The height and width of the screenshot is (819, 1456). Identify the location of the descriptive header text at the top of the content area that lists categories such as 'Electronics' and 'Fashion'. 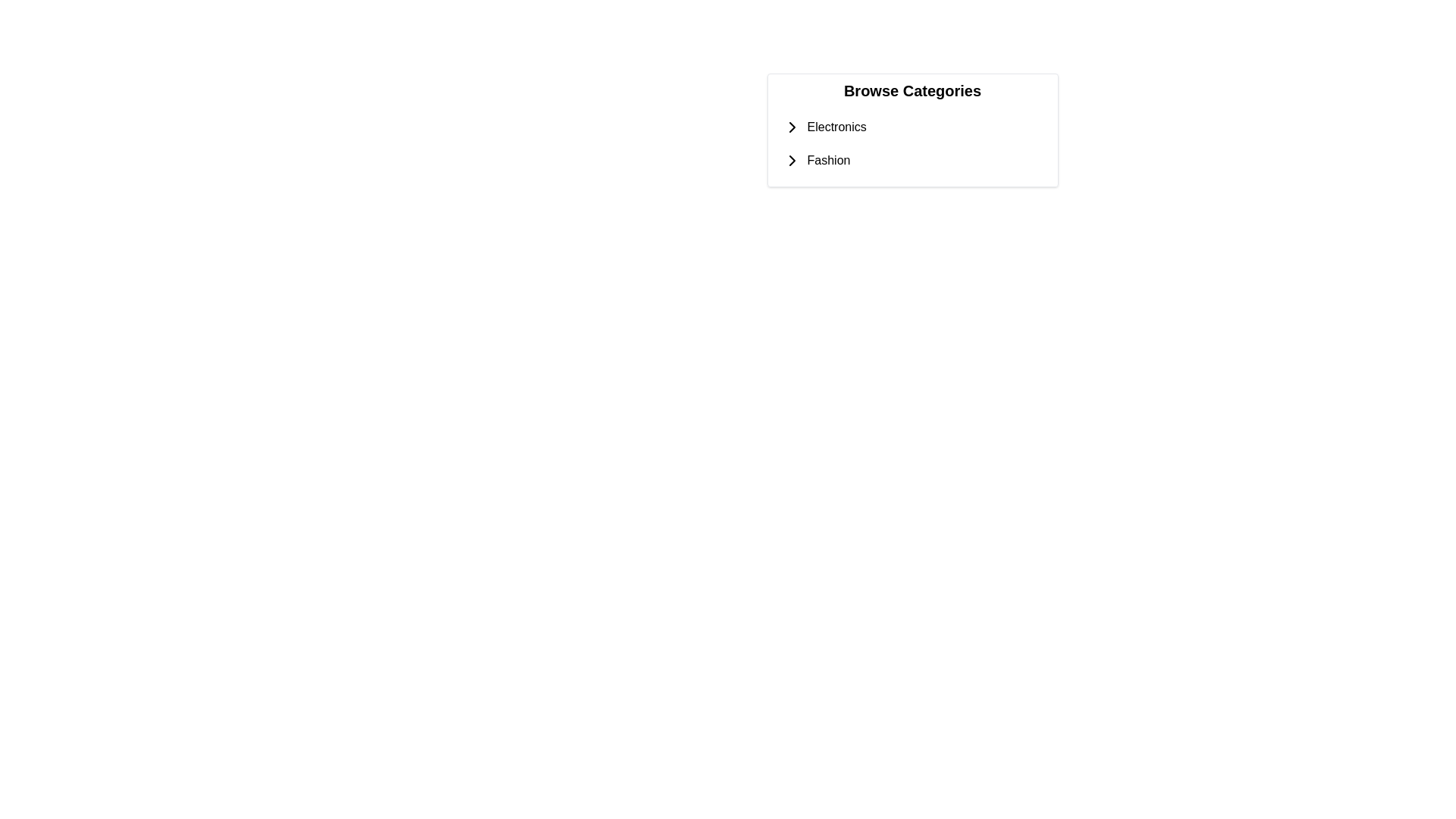
(912, 90).